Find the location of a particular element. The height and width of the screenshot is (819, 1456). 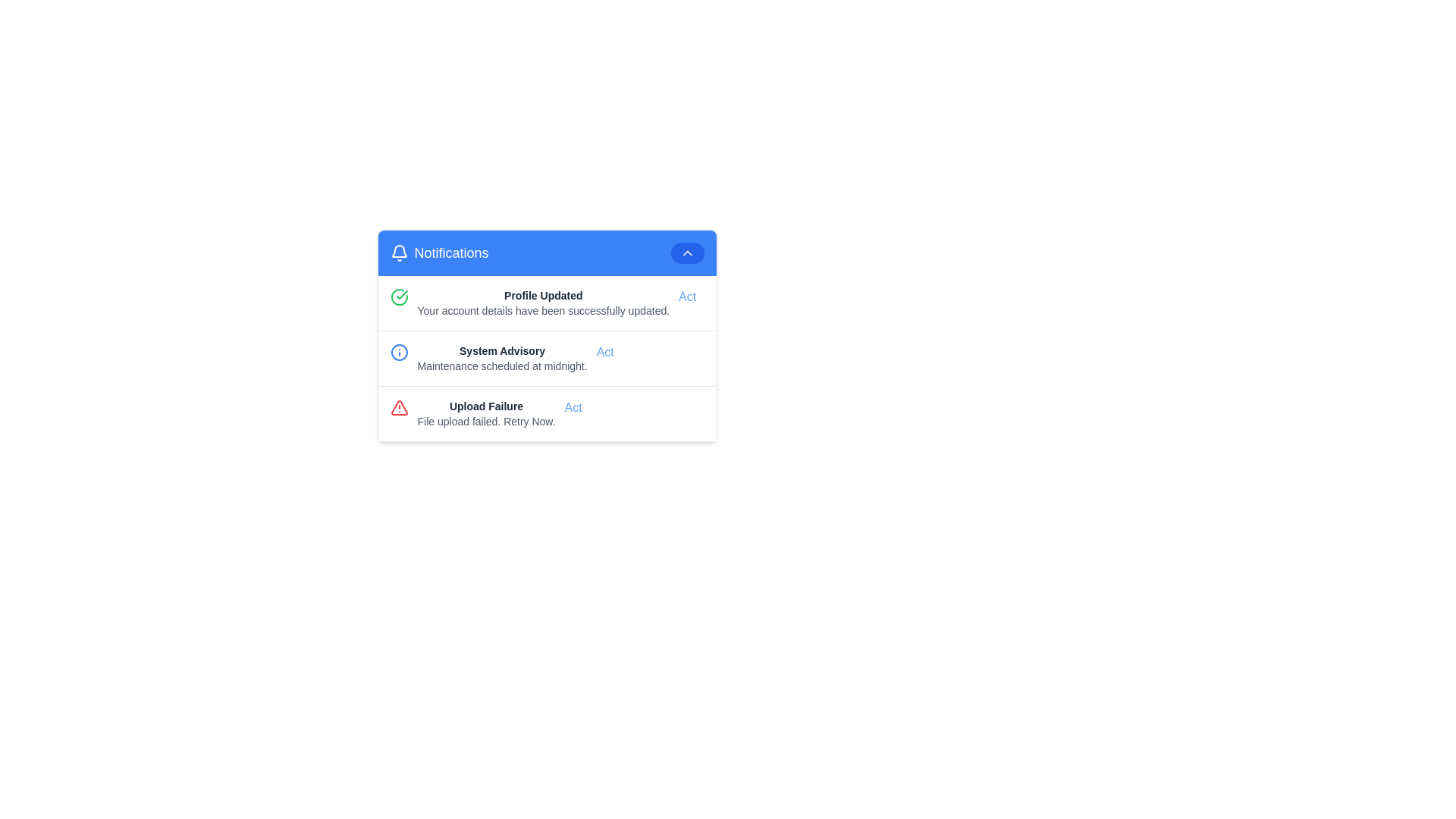

the blue informational icon in the 'System Advisory' notification row, which is the leftmost icon next to the text 'System Advisory' is located at coordinates (399, 353).